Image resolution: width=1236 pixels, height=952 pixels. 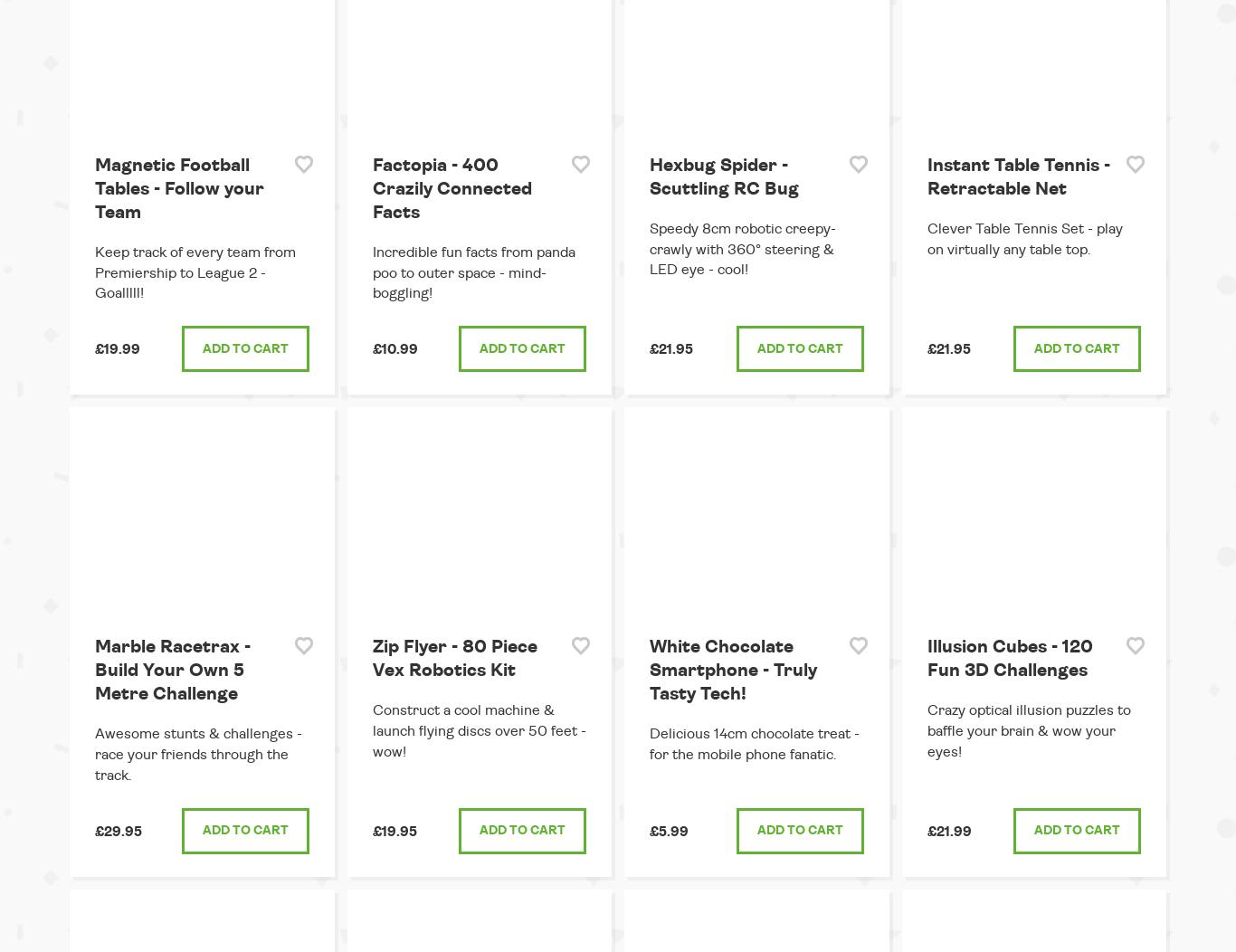 I want to click on 'Speedy 8cm robotic creepy-crawly with 360° steering & LED eye - cool!', so click(x=741, y=248).